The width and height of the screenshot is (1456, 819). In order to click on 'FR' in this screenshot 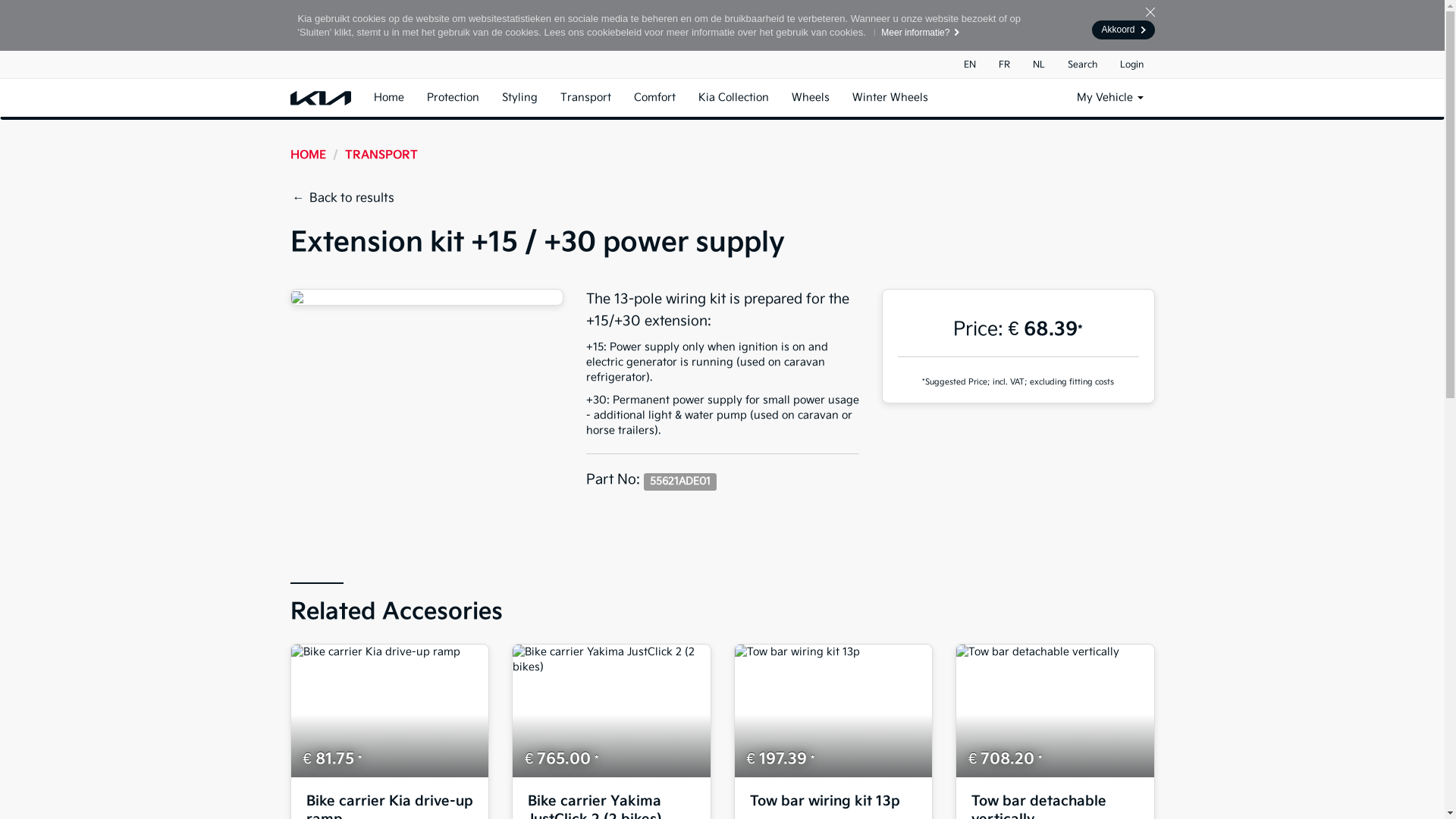, I will do `click(1004, 64)`.